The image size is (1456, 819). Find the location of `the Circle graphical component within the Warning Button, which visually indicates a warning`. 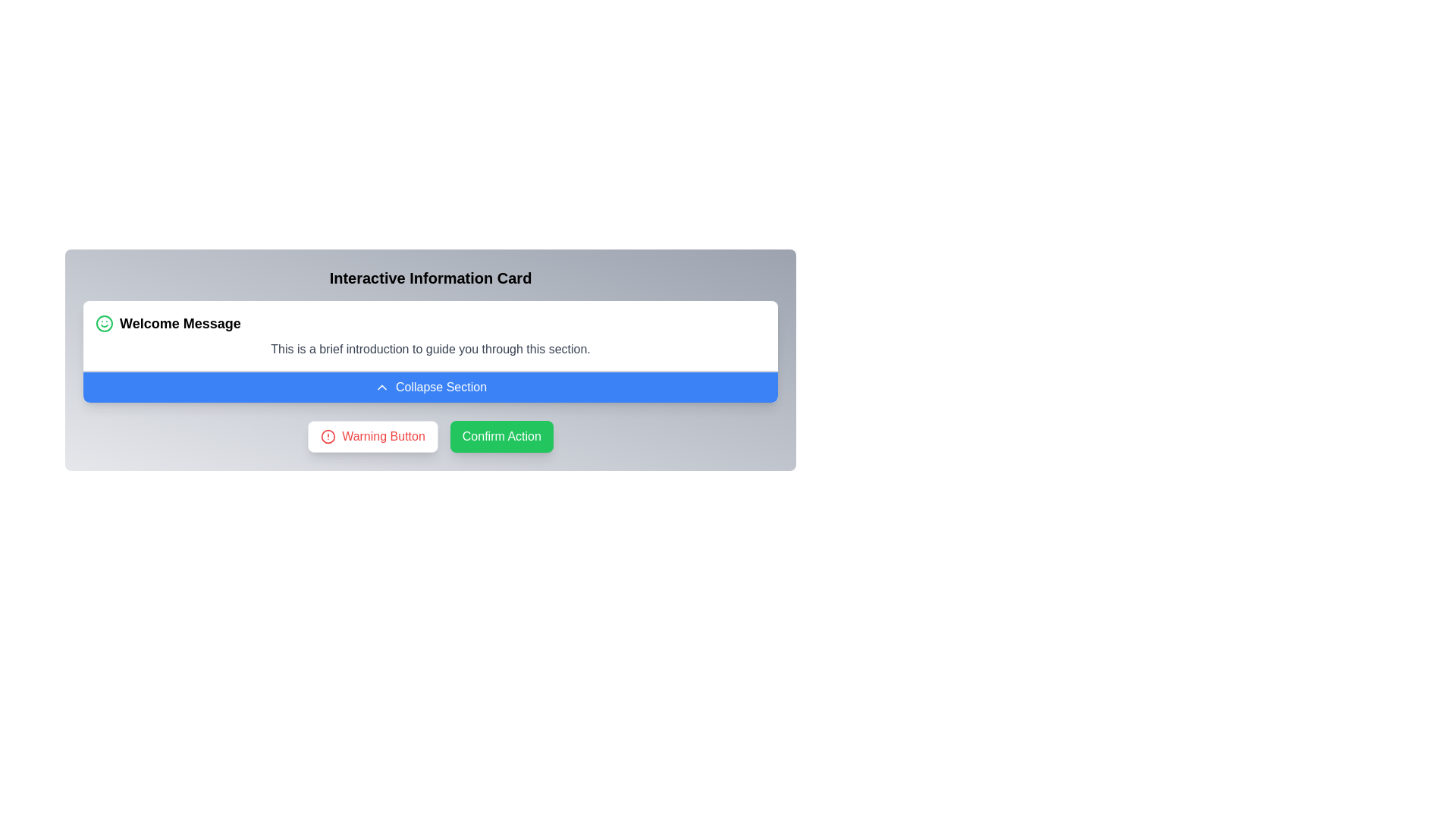

the Circle graphical component within the Warning Button, which visually indicates a warning is located at coordinates (328, 436).